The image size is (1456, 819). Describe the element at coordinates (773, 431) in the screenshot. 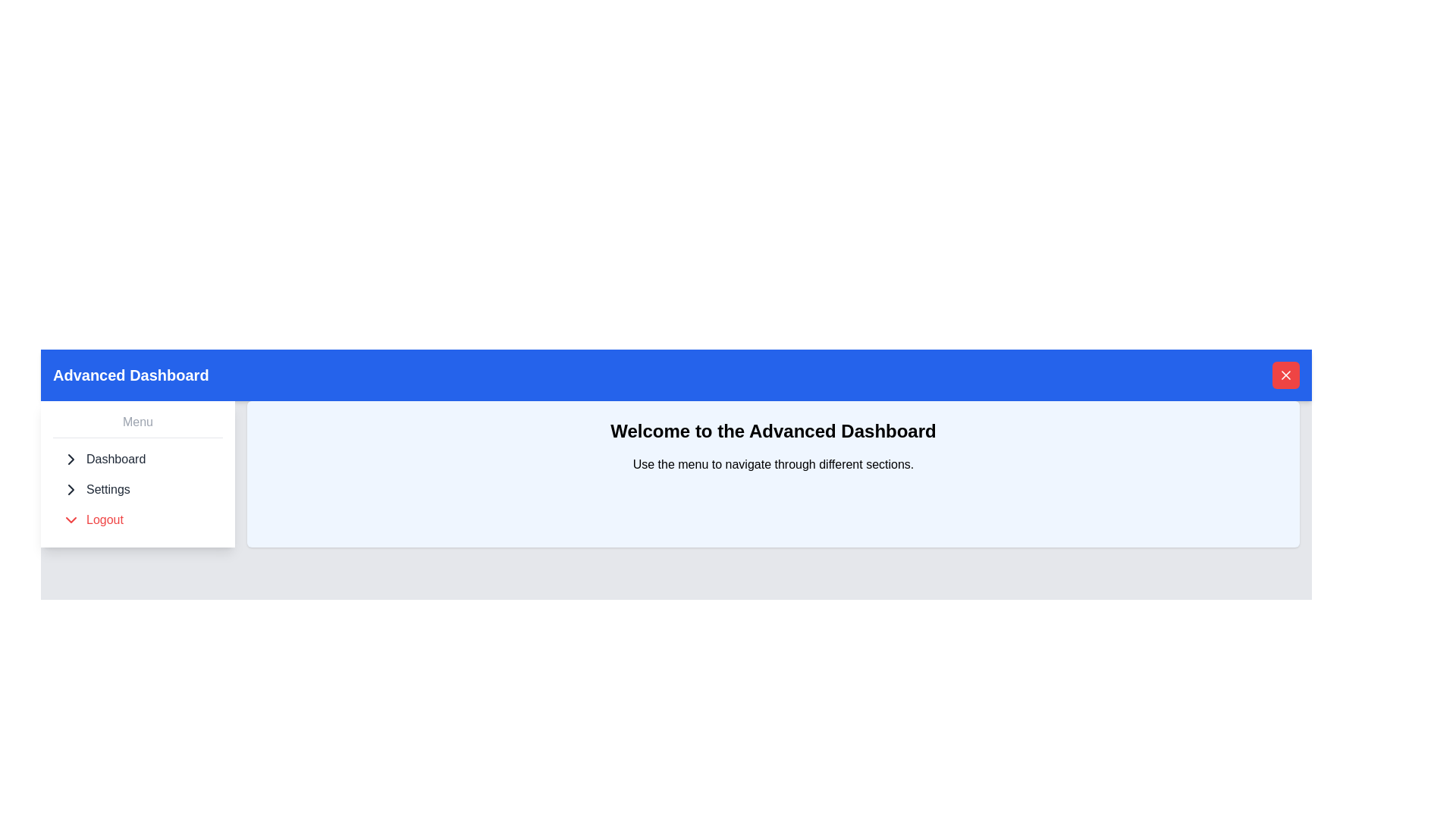

I see `the header text element stating 'Welcome to the Advanced Dashboard', which is styled with a large, bold font and positioned at the top of a card-like section with a light blue background` at that location.